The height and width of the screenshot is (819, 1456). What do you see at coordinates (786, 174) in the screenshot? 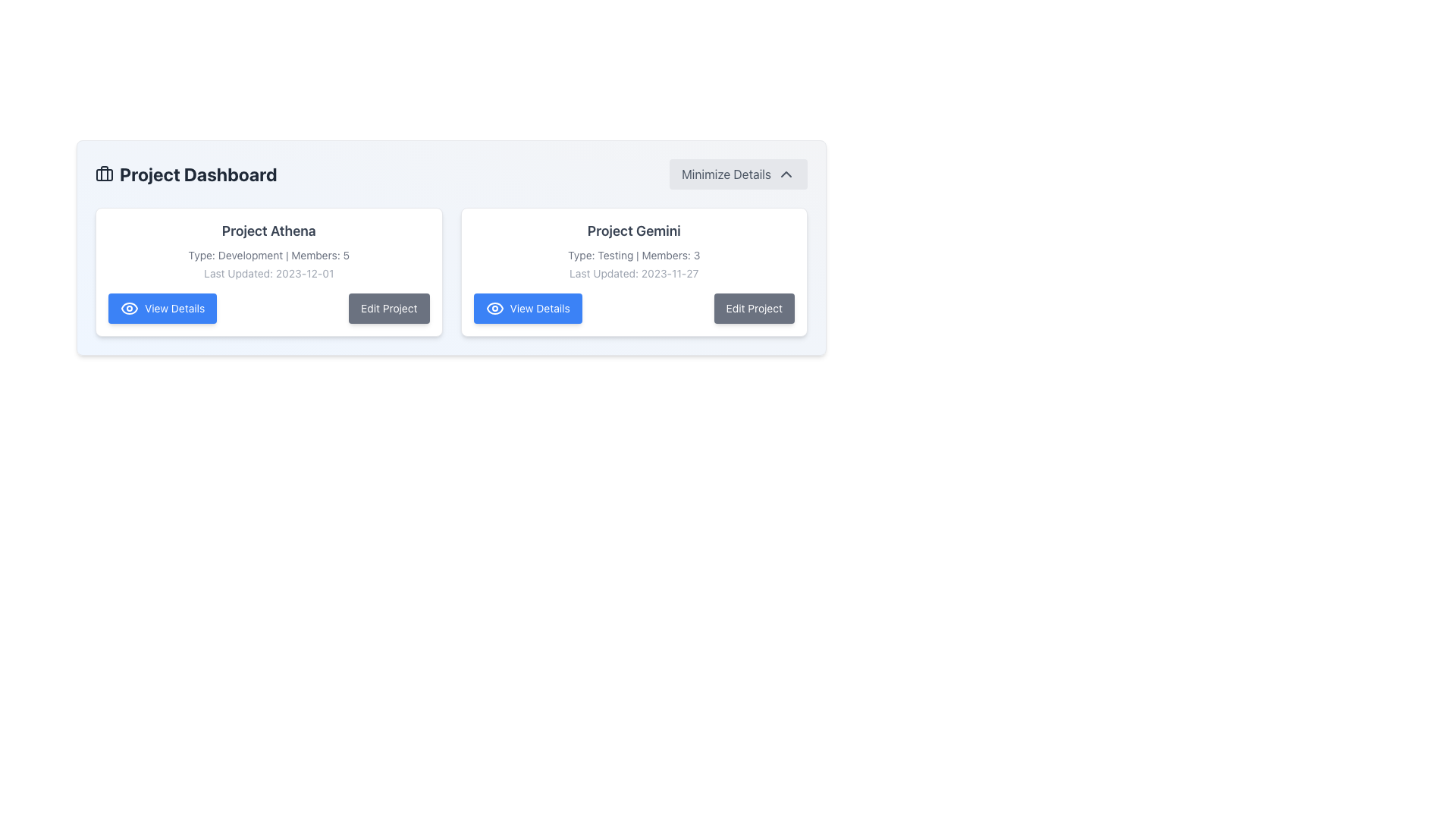
I see `the toggle button in the top-right corner of the 'Minimize Details' section` at bounding box center [786, 174].